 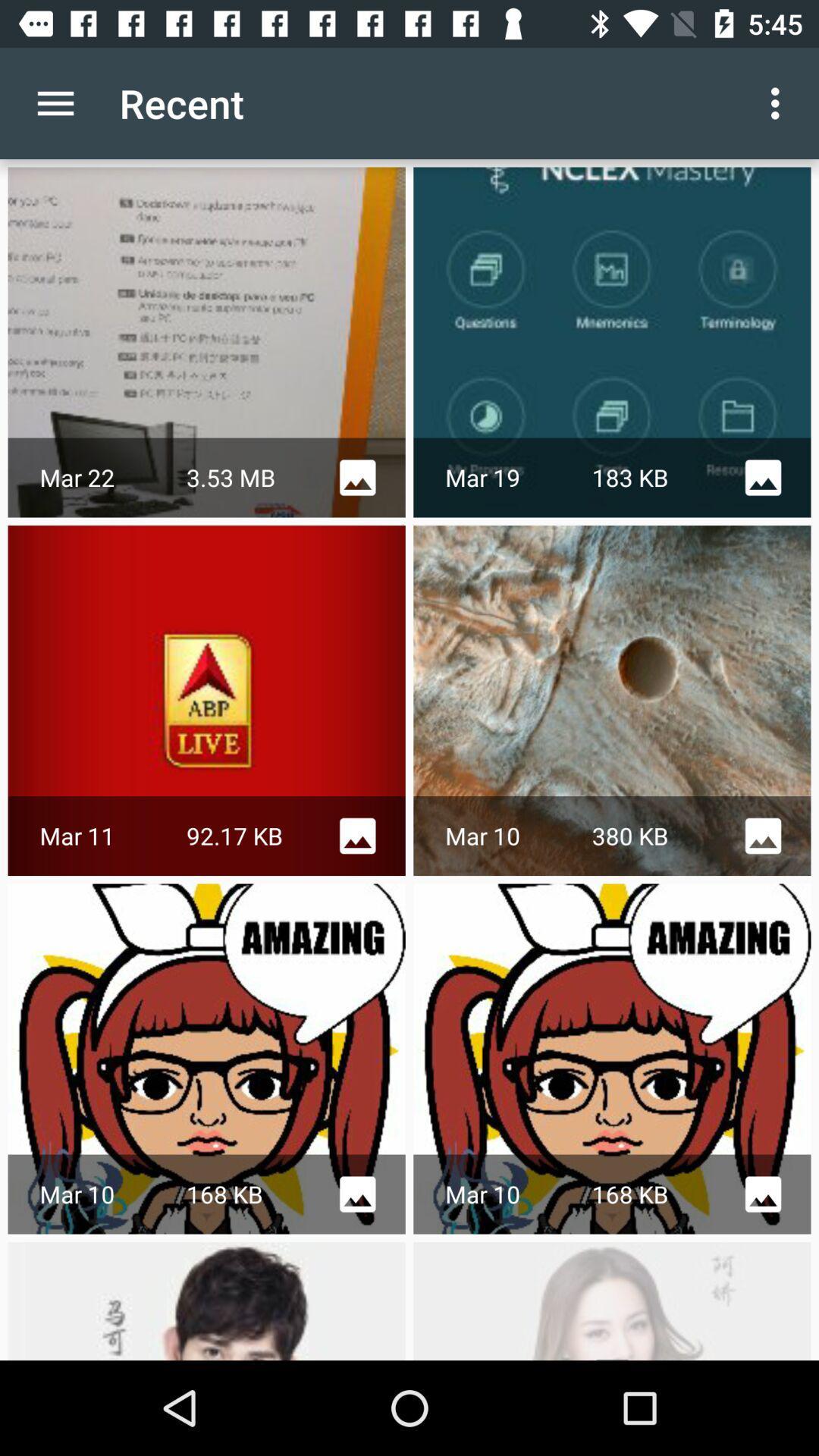 What do you see at coordinates (611, 1058) in the screenshot?
I see `the second image which is in third row` at bounding box center [611, 1058].